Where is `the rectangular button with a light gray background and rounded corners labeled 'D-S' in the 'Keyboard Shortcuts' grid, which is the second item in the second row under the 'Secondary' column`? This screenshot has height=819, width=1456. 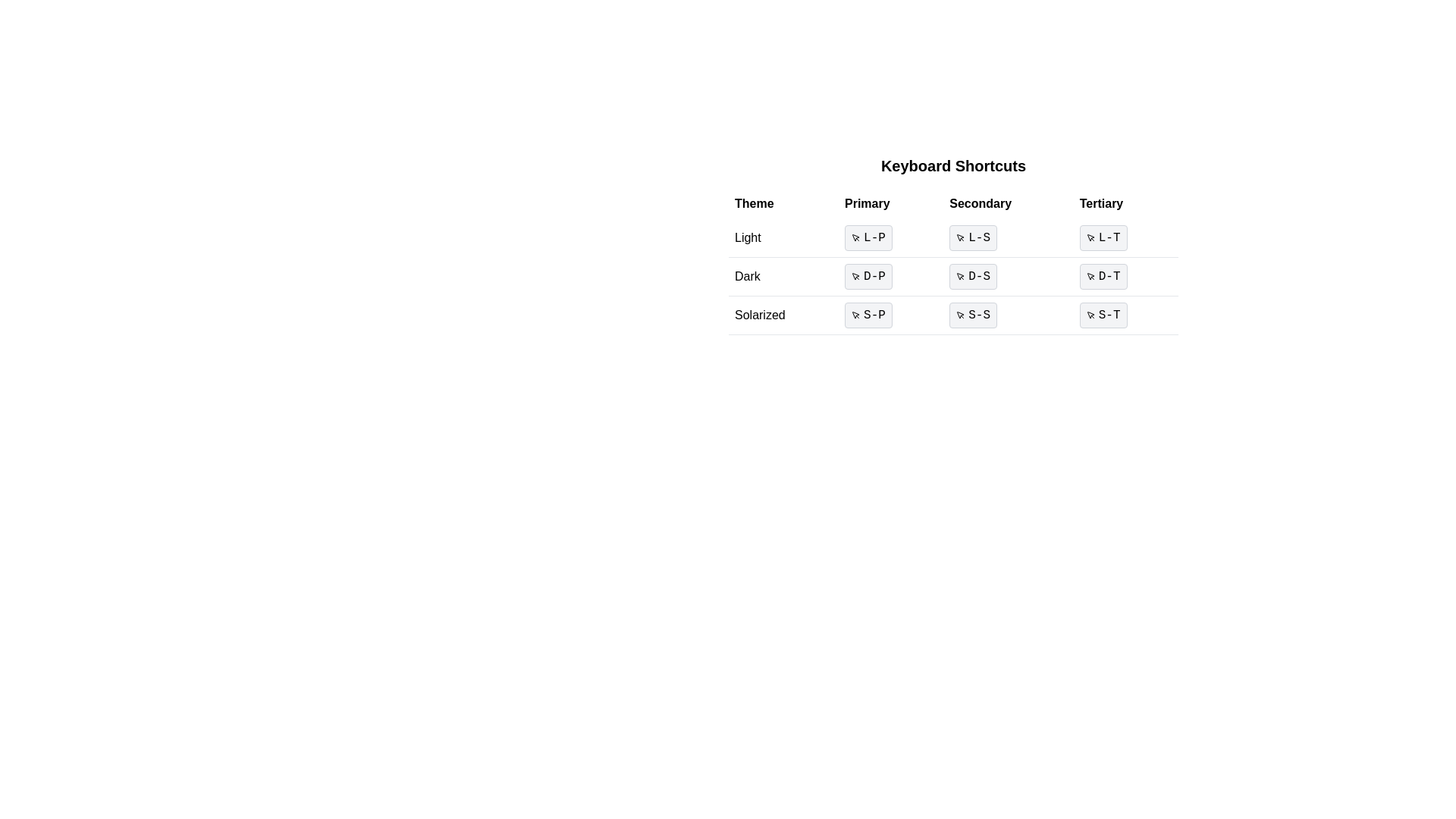
the rectangular button with a light gray background and rounded corners labeled 'D-S' in the 'Keyboard Shortcuts' grid, which is the second item in the second row under the 'Secondary' column is located at coordinates (973, 277).